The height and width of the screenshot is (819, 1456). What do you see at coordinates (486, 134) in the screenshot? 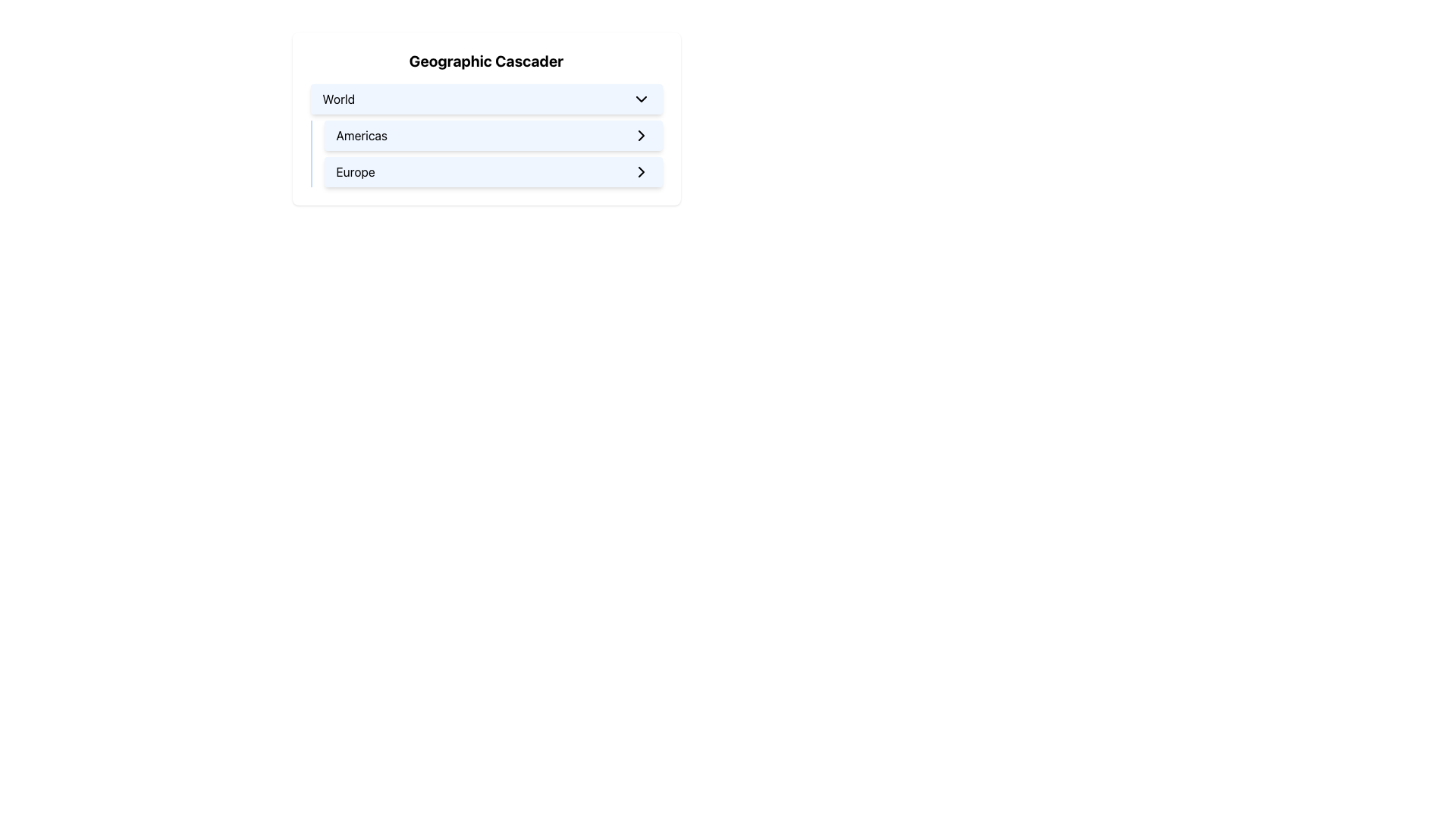
I see `the interactive menu item labeled 'Americas' within the Geographic Cascader menu` at bounding box center [486, 134].